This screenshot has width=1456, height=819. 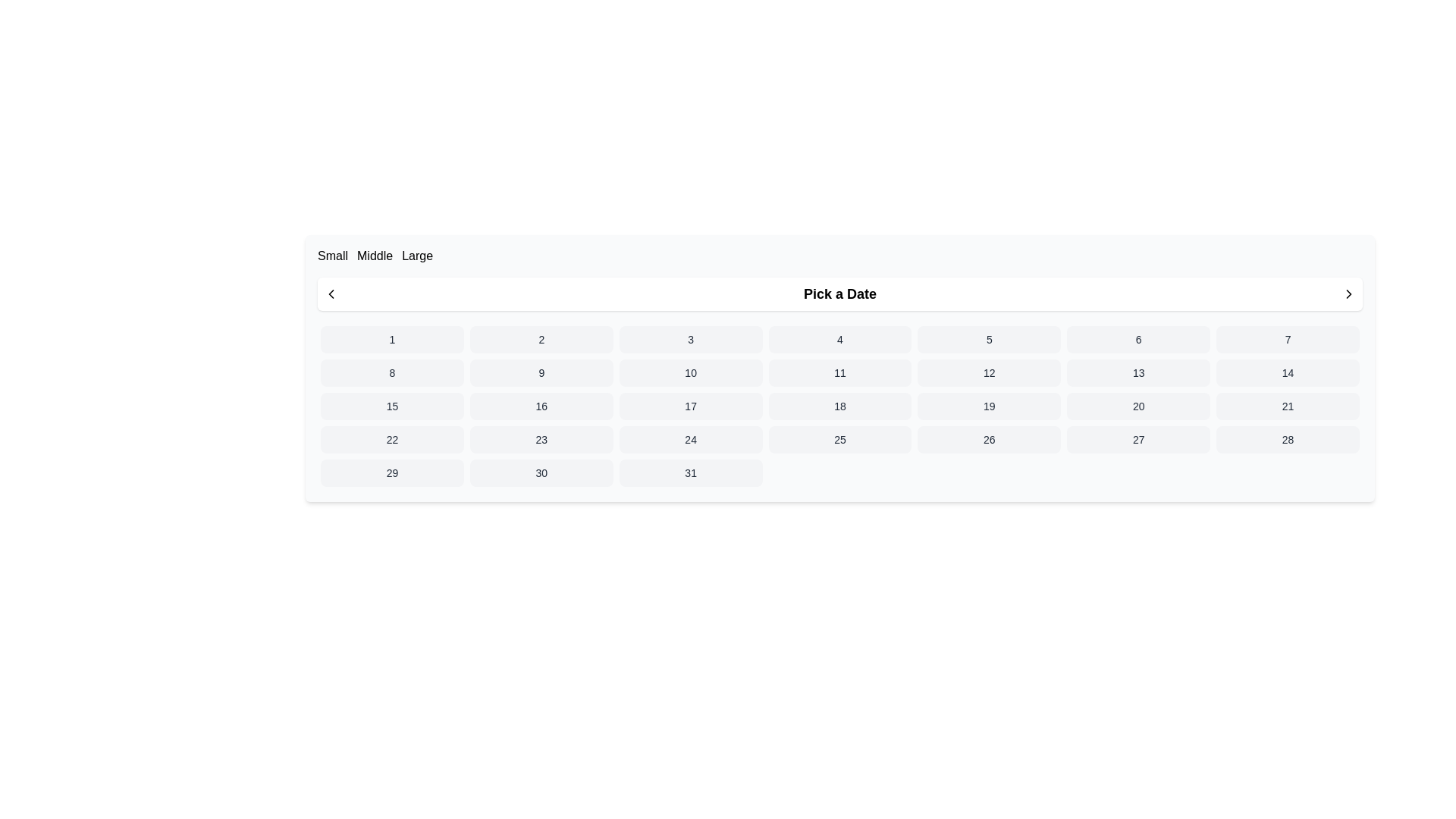 What do you see at coordinates (1138, 373) in the screenshot?
I see `the selectable date button representing '13' in the calendar component located at the center-bottom region of the interface` at bounding box center [1138, 373].